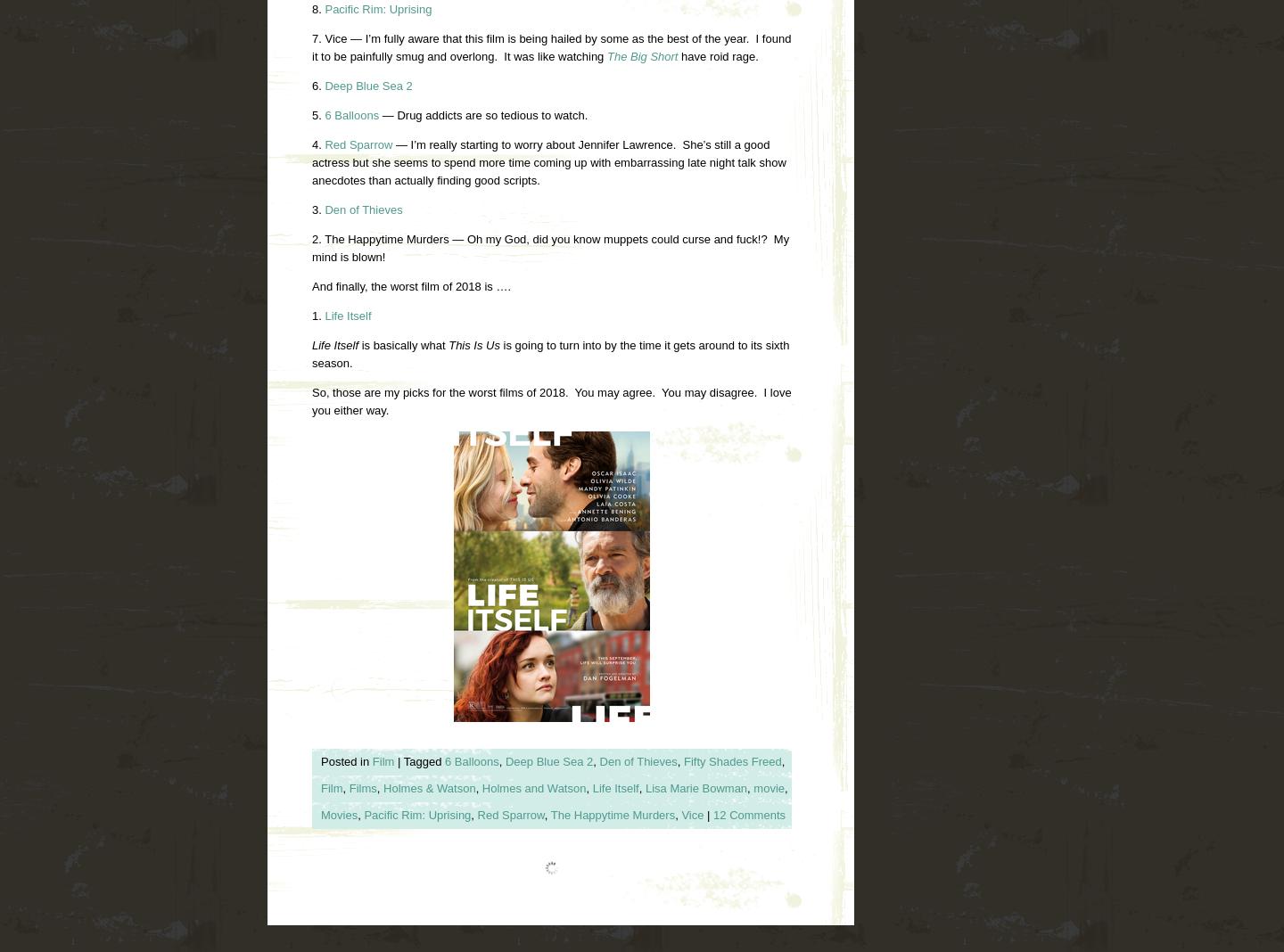  Describe the element at coordinates (473, 917) in the screenshot. I see `'Dazzling Erin'` at that location.